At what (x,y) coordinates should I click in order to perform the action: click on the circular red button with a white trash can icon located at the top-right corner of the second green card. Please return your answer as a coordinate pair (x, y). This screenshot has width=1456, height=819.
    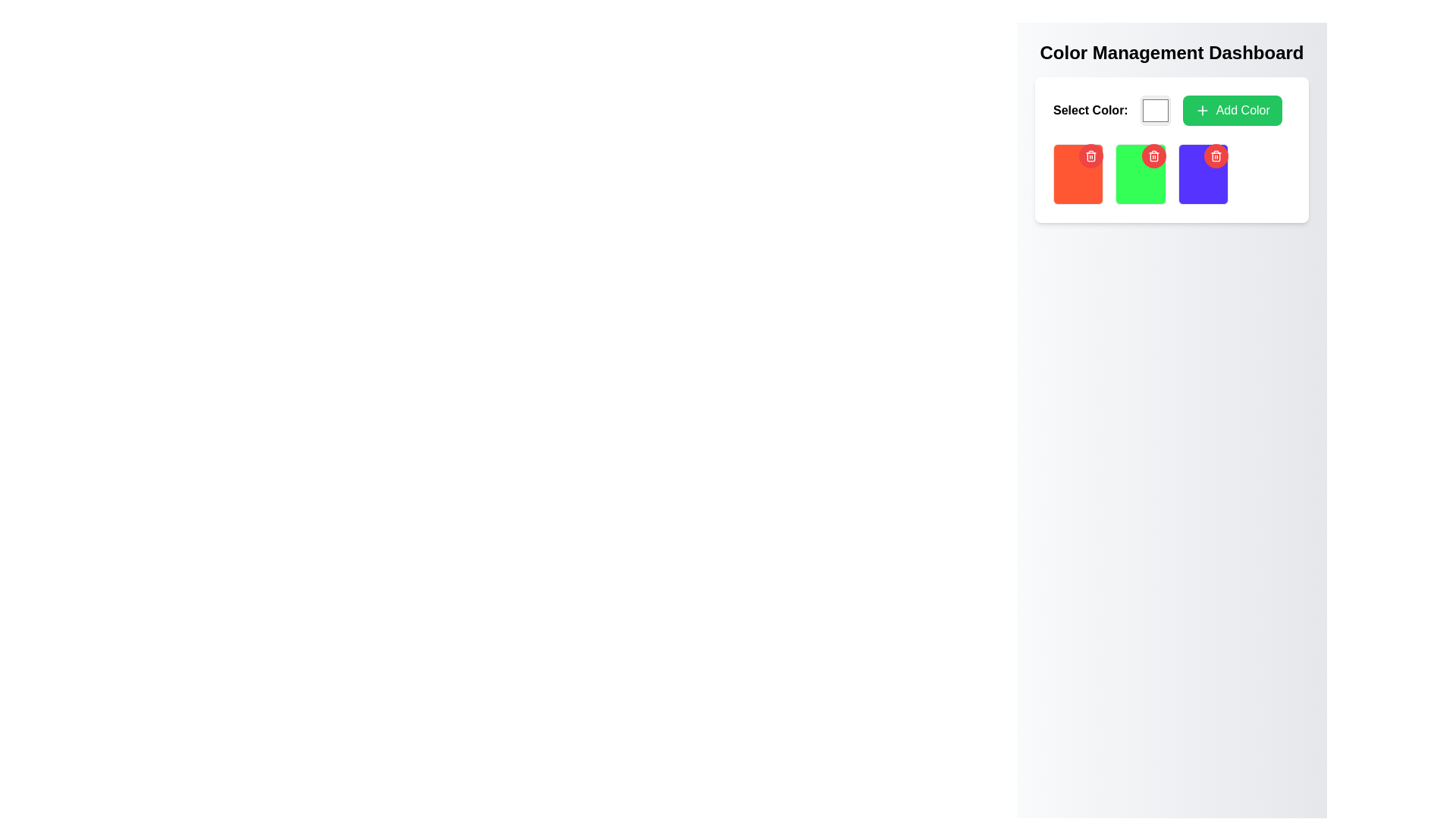
    Looking at the image, I should click on (1153, 155).